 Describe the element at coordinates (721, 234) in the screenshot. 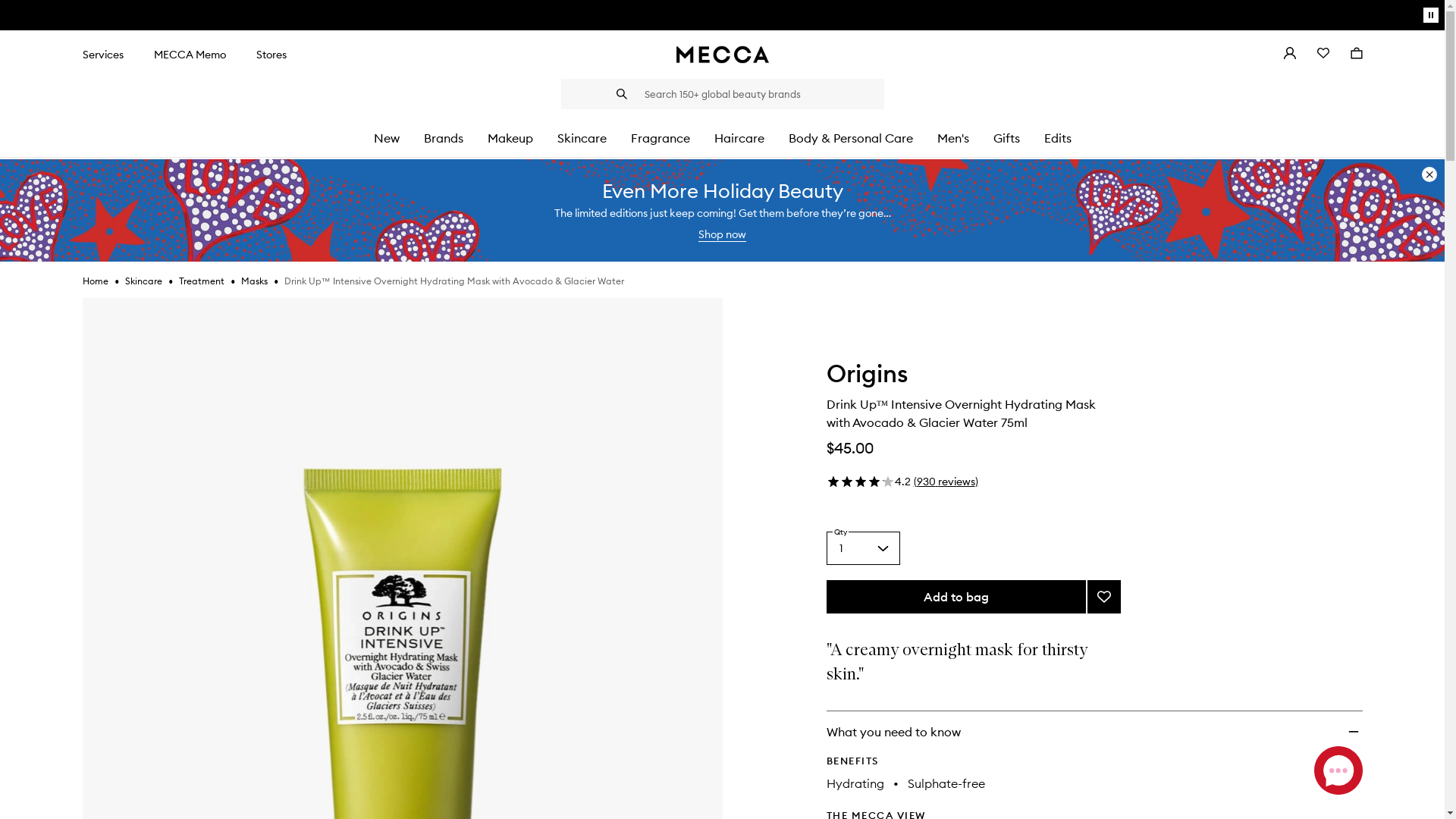

I see `'Shop now'` at that location.